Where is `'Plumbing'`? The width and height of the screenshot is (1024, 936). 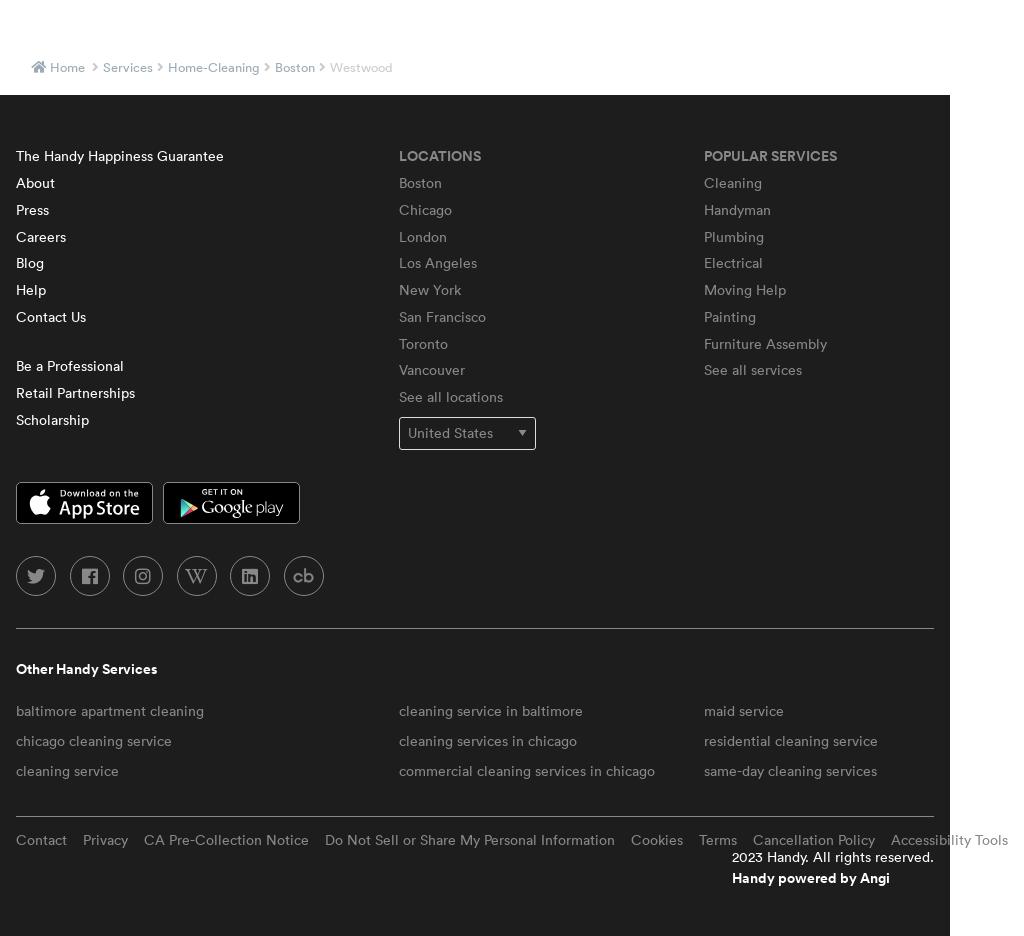 'Plumbing' is located at coordinates (733, 234).